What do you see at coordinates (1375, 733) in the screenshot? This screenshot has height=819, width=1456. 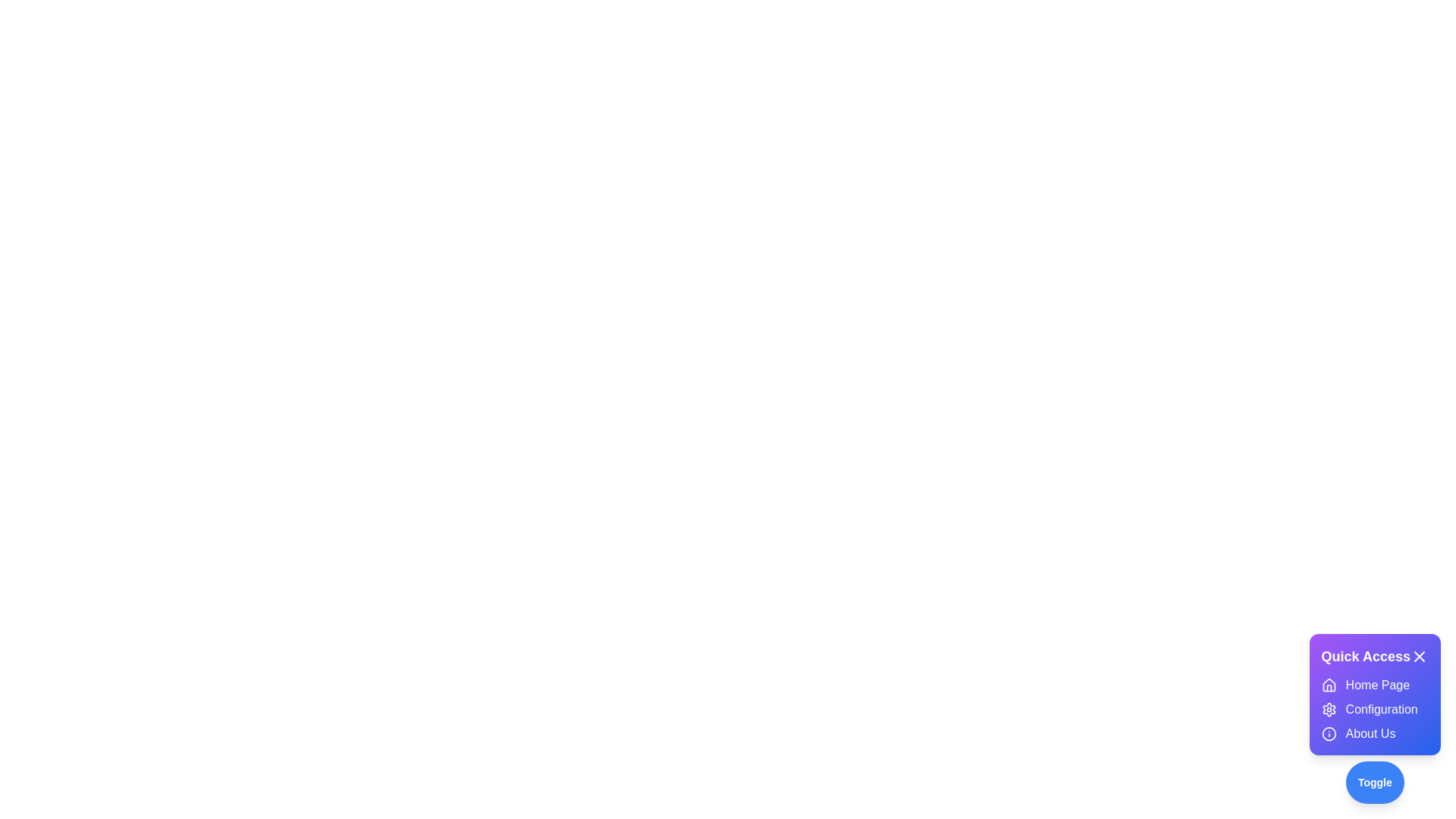 I see `the 'About Us' button located in the bottom-right corner of the interface, which is the third item in the vertical menu list under 'Quick Access.'` at bounding box center [1375, 733].